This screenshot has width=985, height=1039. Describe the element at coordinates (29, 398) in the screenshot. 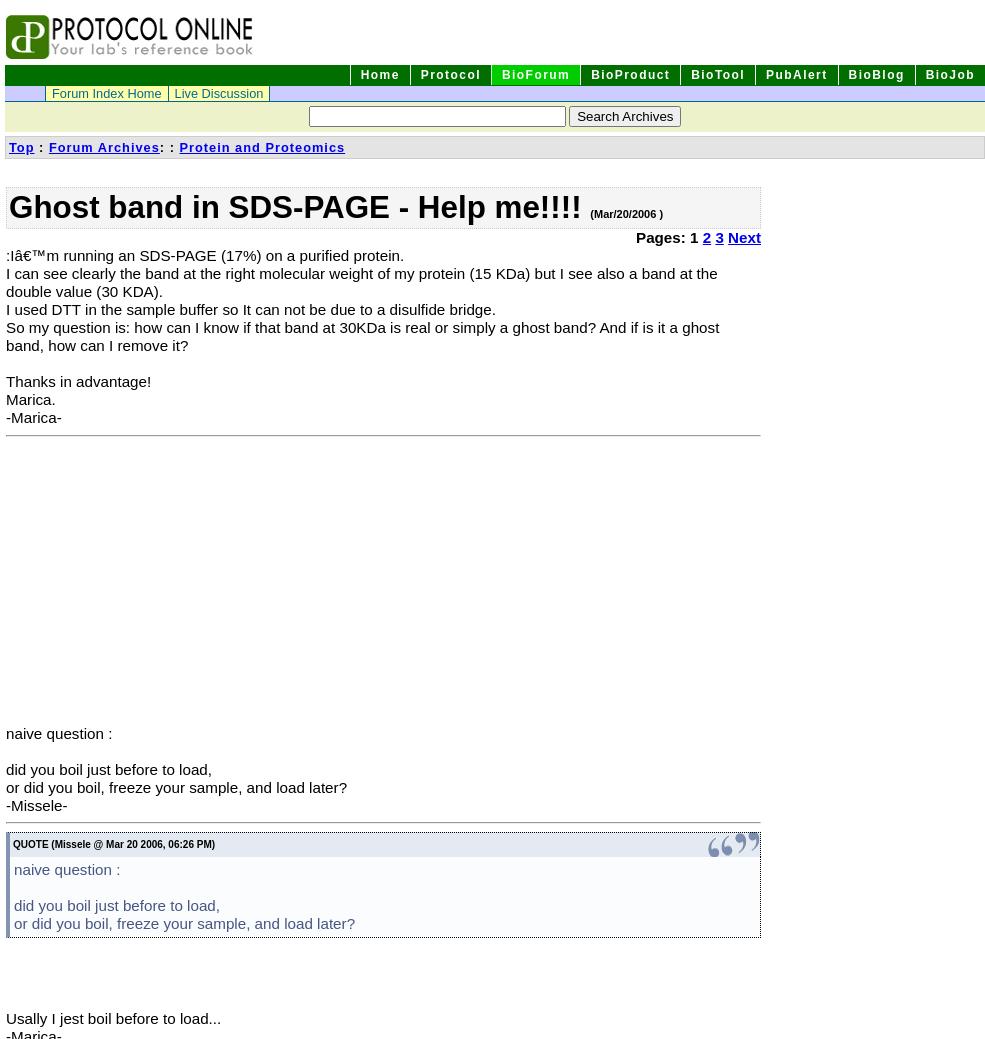

I see `'Marica.'` at that location.